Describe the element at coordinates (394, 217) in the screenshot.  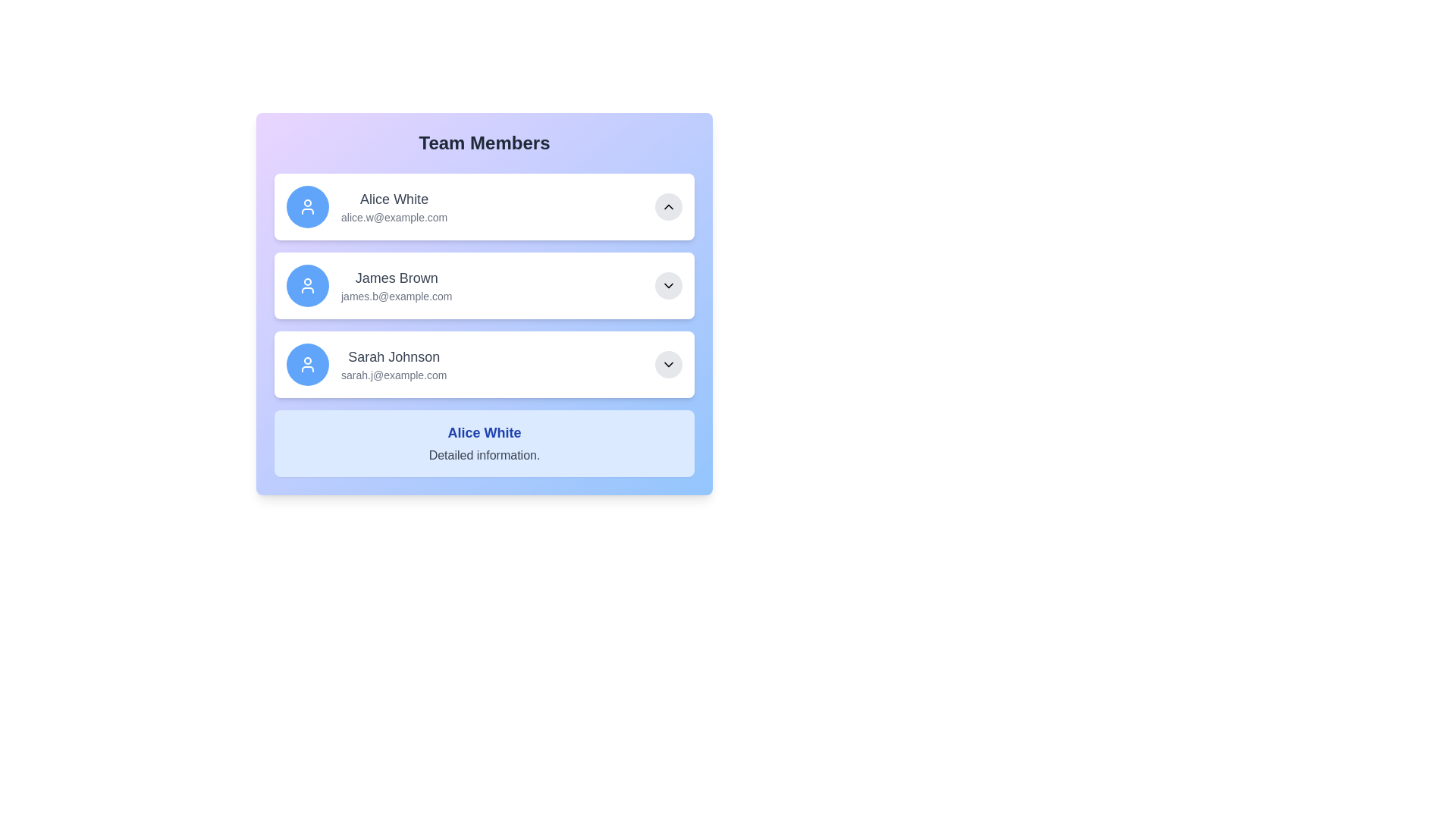
I see `email address 'alice.w@example.com' displayed in gray color beneath the name 'Alice White' in the 'Team Members' section` at that location.